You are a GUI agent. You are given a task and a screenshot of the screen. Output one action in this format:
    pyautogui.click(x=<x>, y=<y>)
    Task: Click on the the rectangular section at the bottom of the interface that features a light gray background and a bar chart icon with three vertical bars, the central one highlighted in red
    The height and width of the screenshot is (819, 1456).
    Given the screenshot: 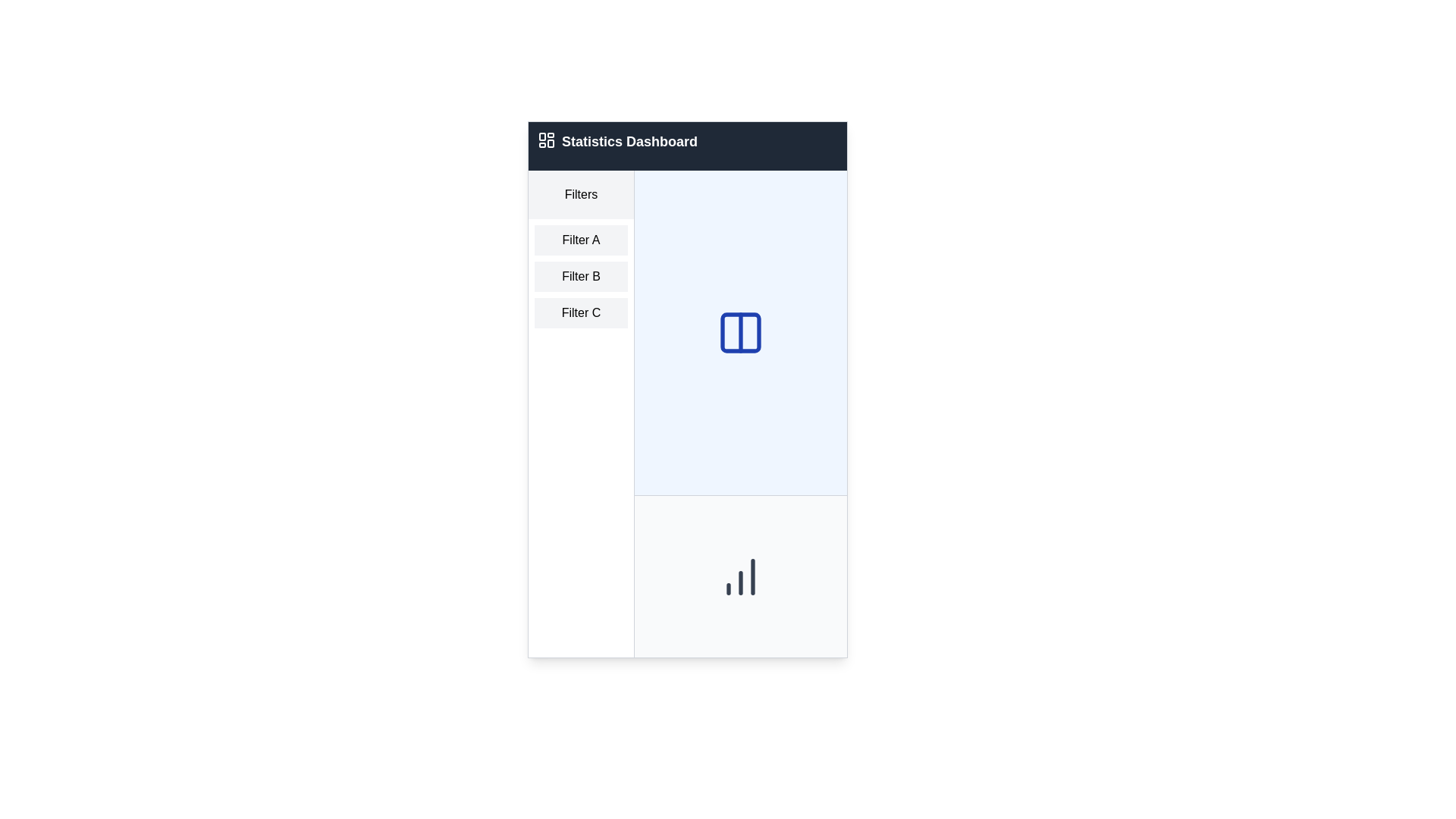 What is the action you would take?
    pyautogui.click(x=740, y=576)
    